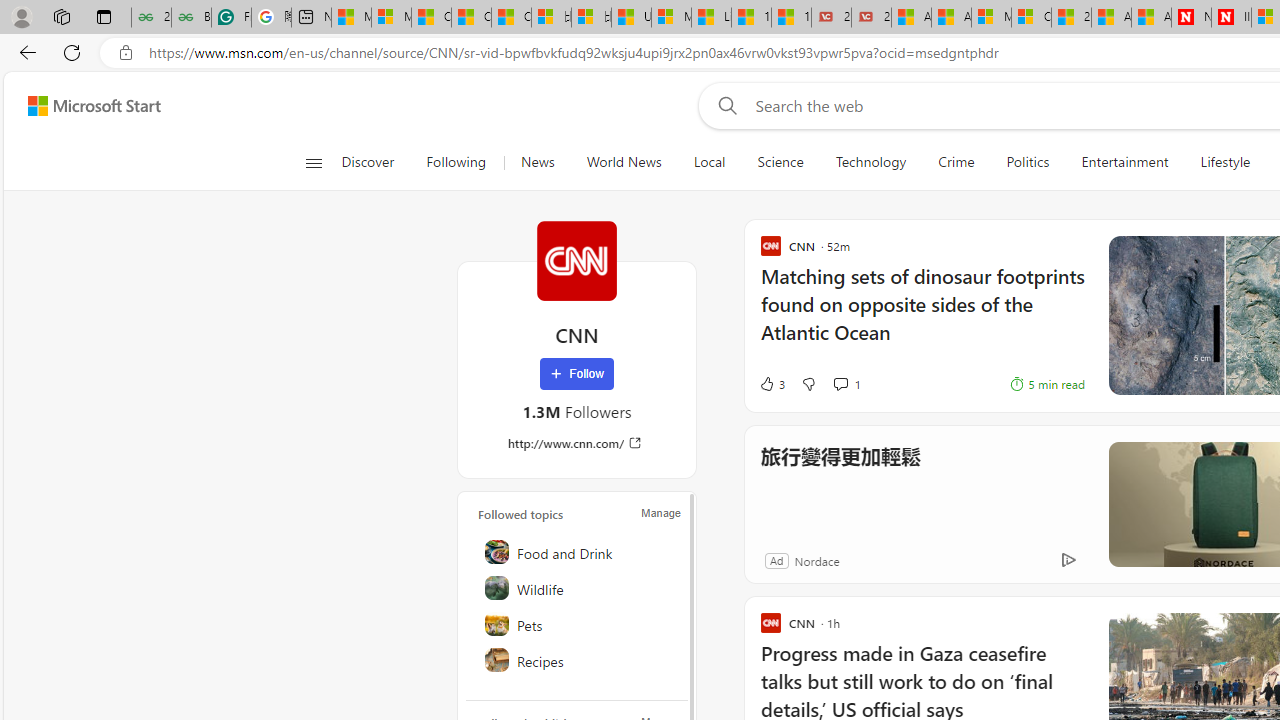  Describe the element at coordinates (790, 17) in the screenshot. I see `'15 Ways Modern Life Contradicts the Teachings of Jesus'` at that location.